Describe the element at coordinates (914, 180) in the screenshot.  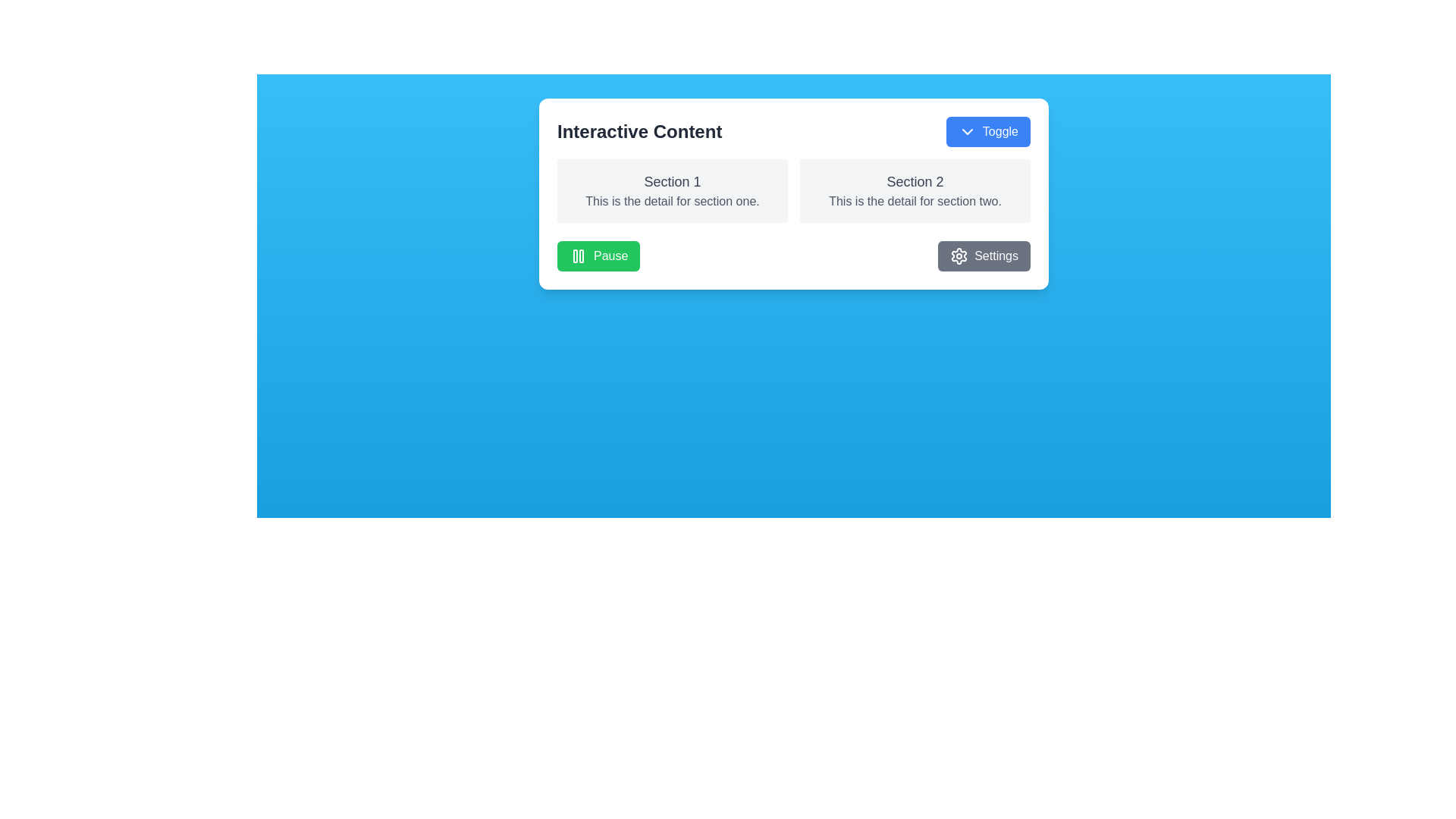
I see `the text label reading 'Section 2' which is styled with a larger font size and medium font weight, located on the right side of the central white panel` at that location.